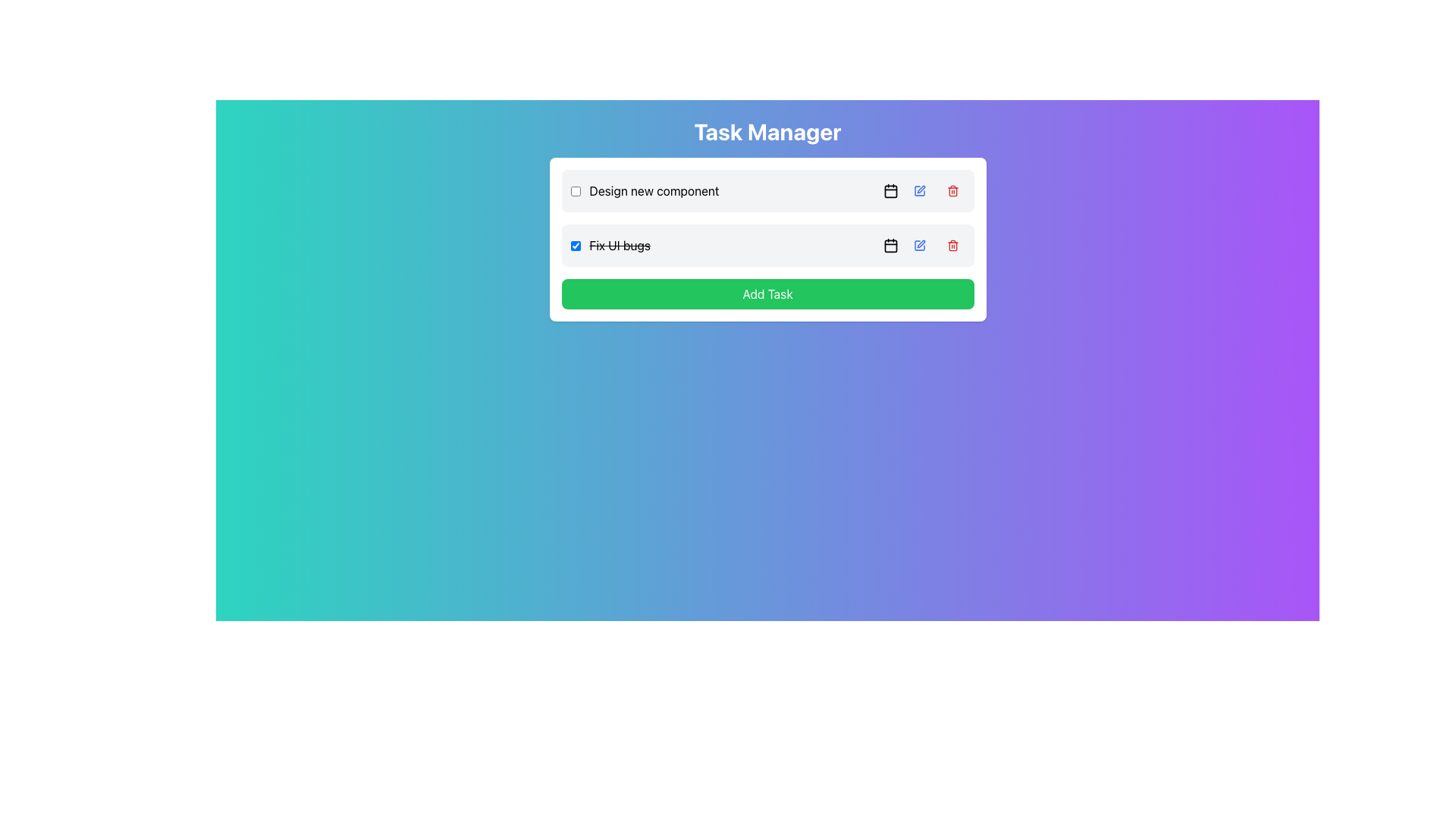 The width and height of the screenshot is (1456, 819). I want to click on the small red trash can icon located at the far right of the second task row, so click(952, 245).